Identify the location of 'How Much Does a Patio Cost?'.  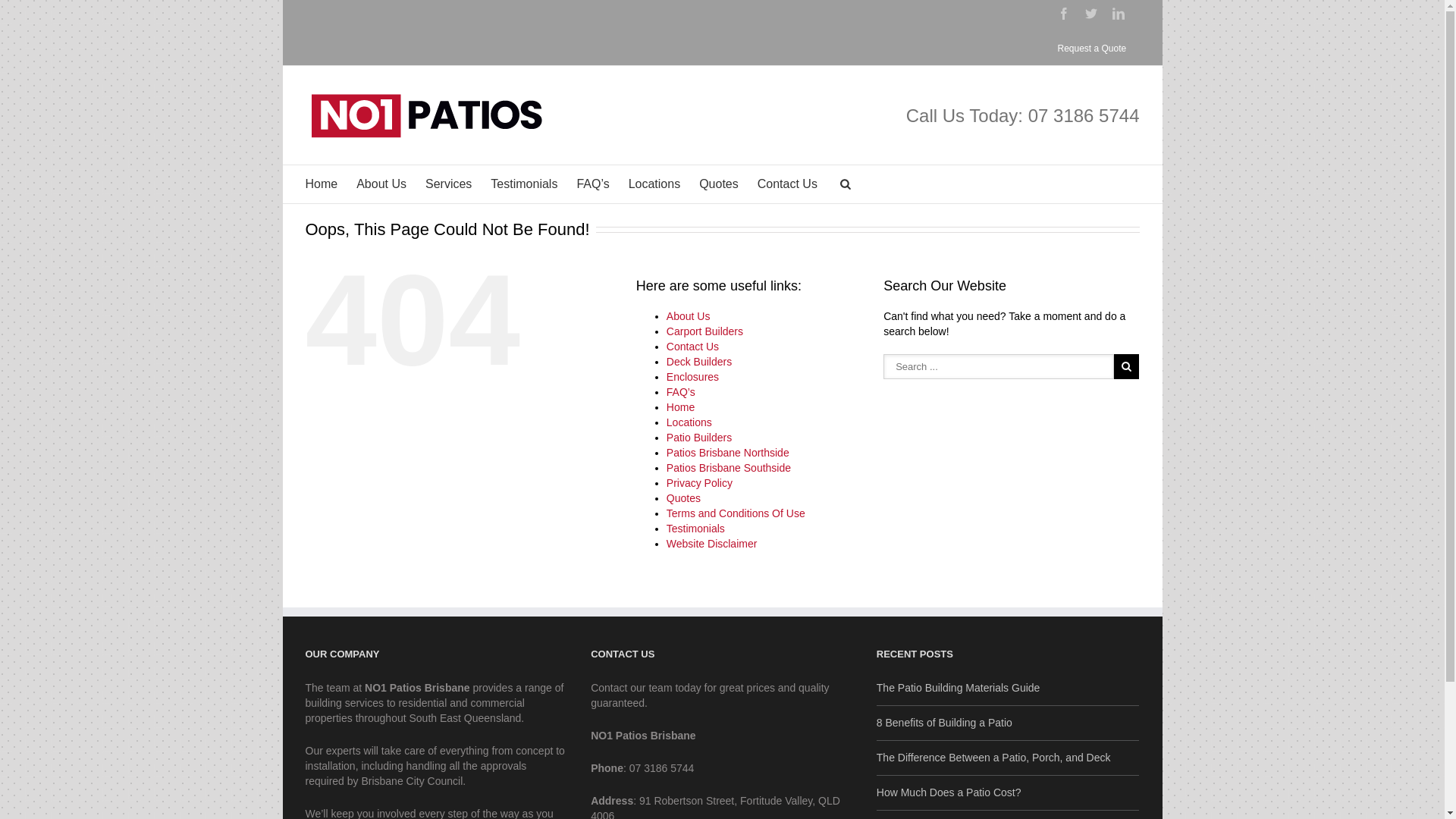
(1008, 787).